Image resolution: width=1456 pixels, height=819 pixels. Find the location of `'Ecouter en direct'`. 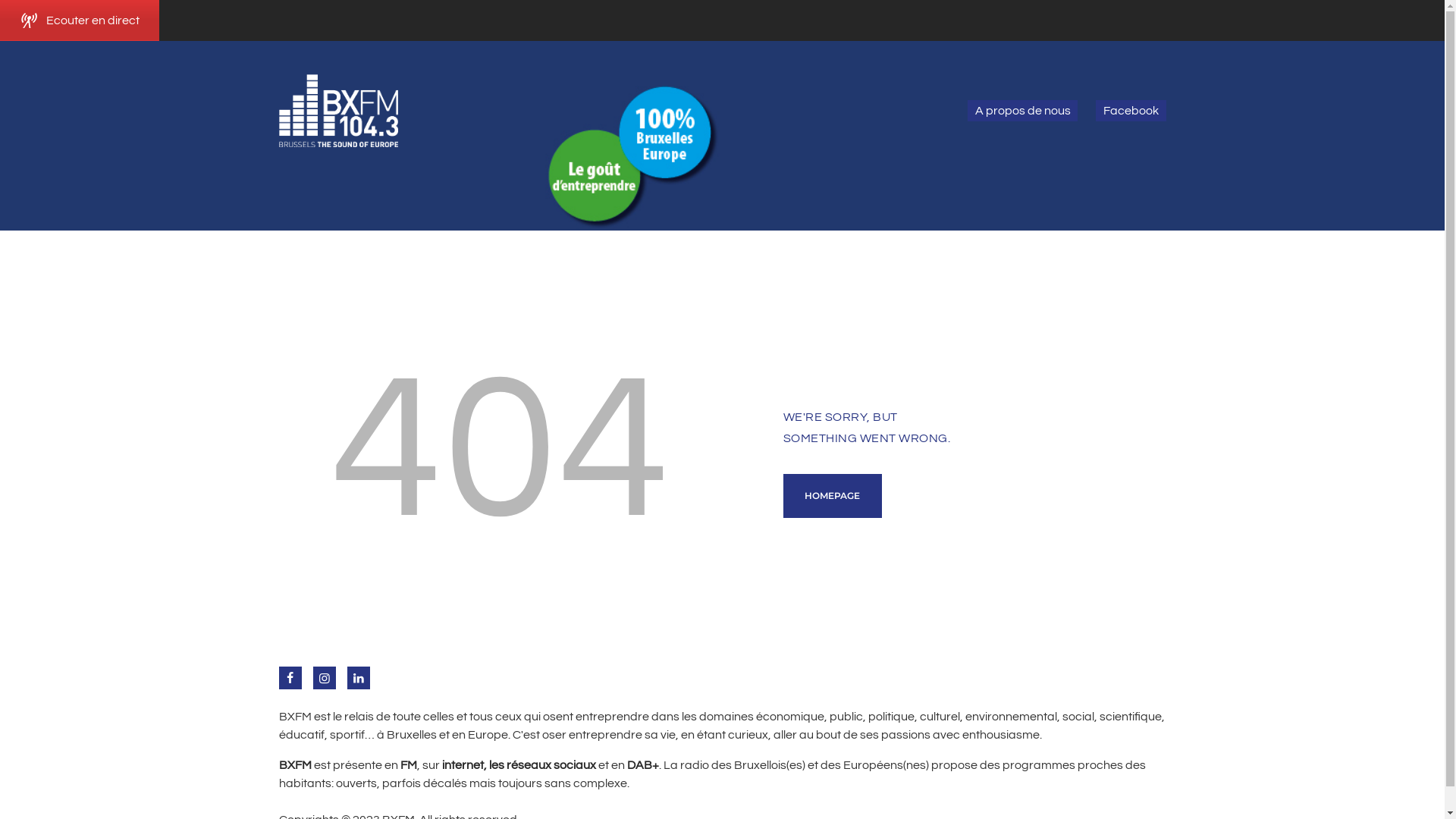

'Ecouter en direct' is located at coordinates (79, 20).